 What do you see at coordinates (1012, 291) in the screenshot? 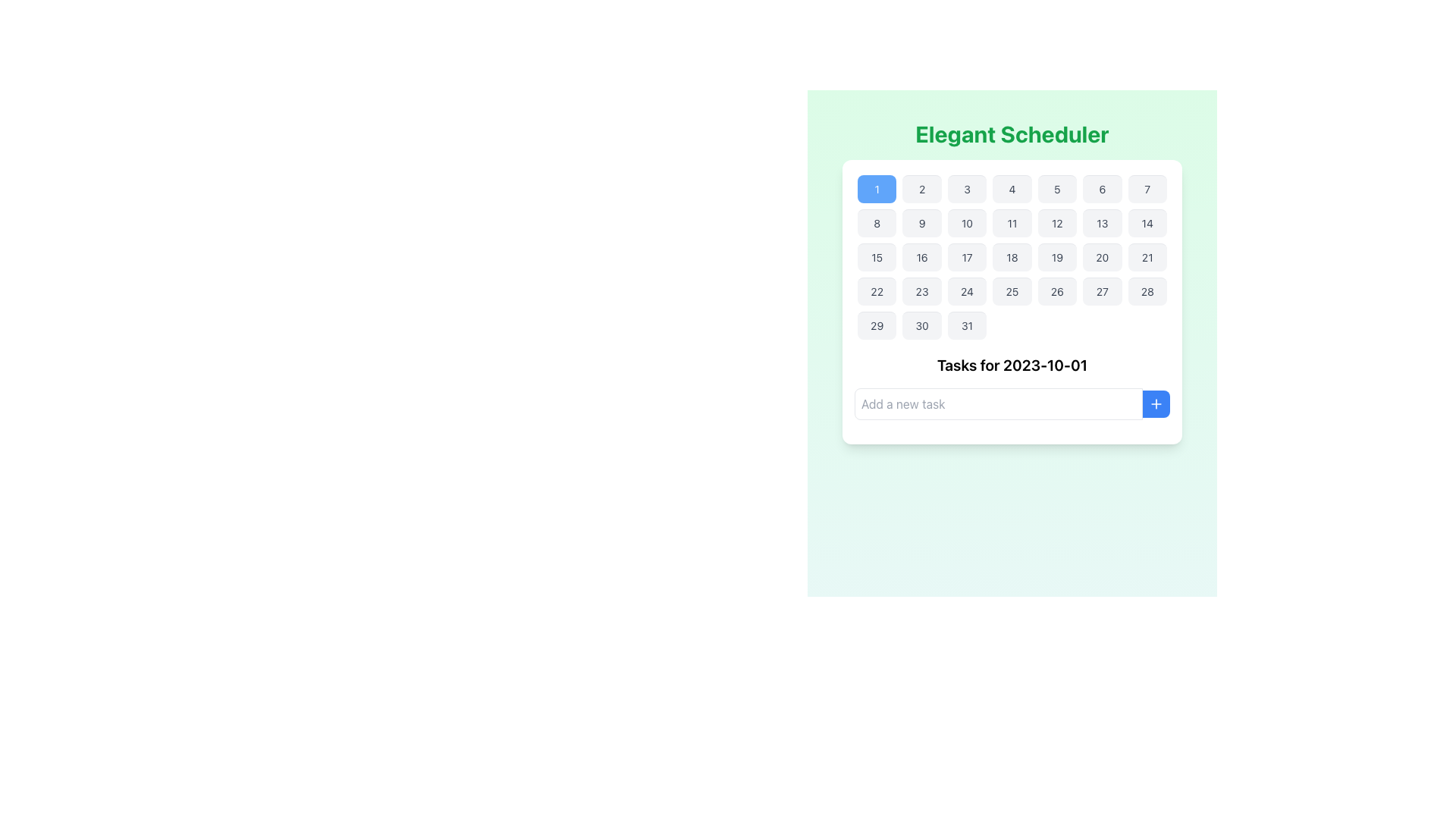
I see `the button representing the 25th day` at bounding box center [1012, 291].